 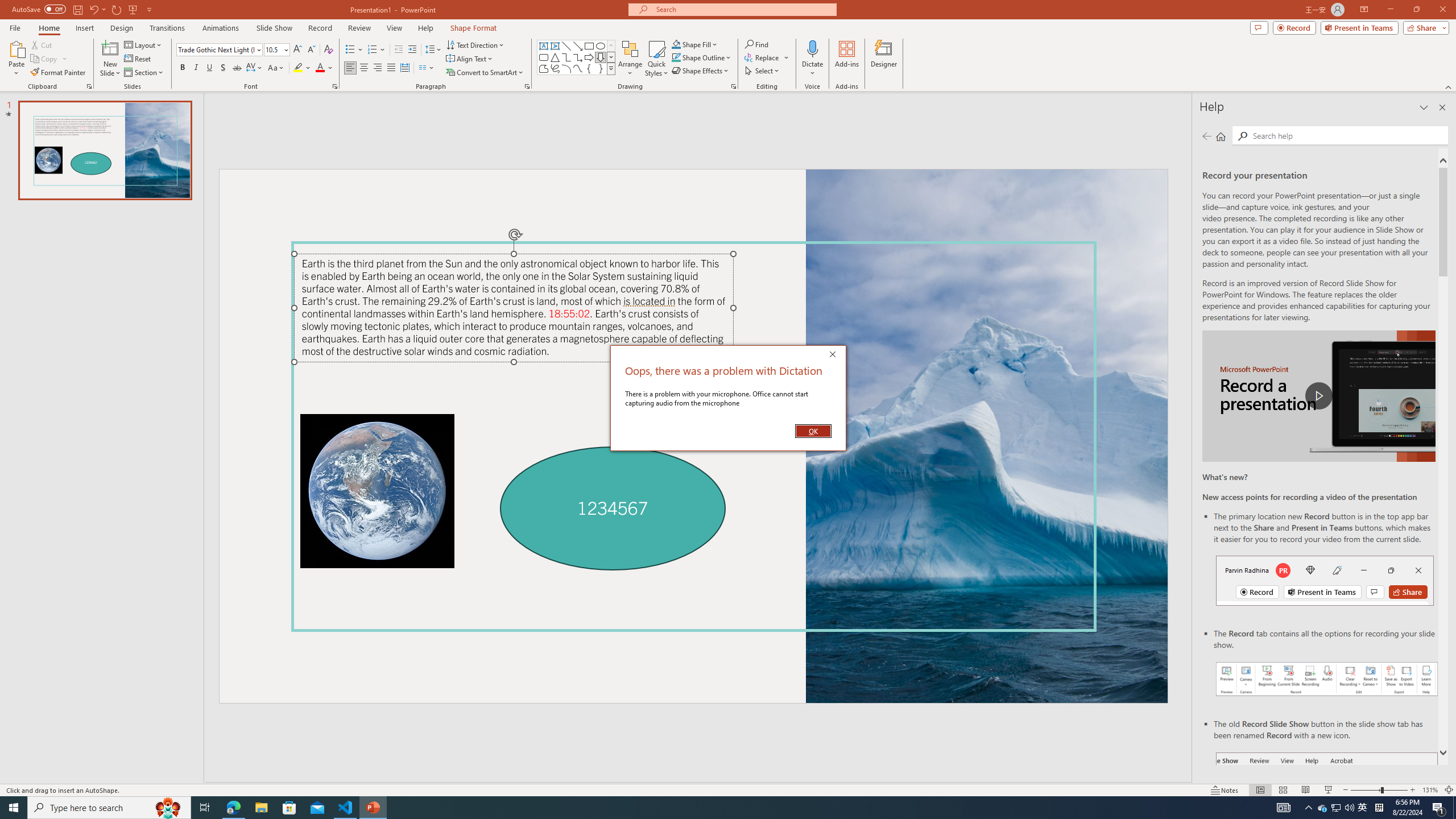 I want to click on 'Insert', so click(x=84, y=28).